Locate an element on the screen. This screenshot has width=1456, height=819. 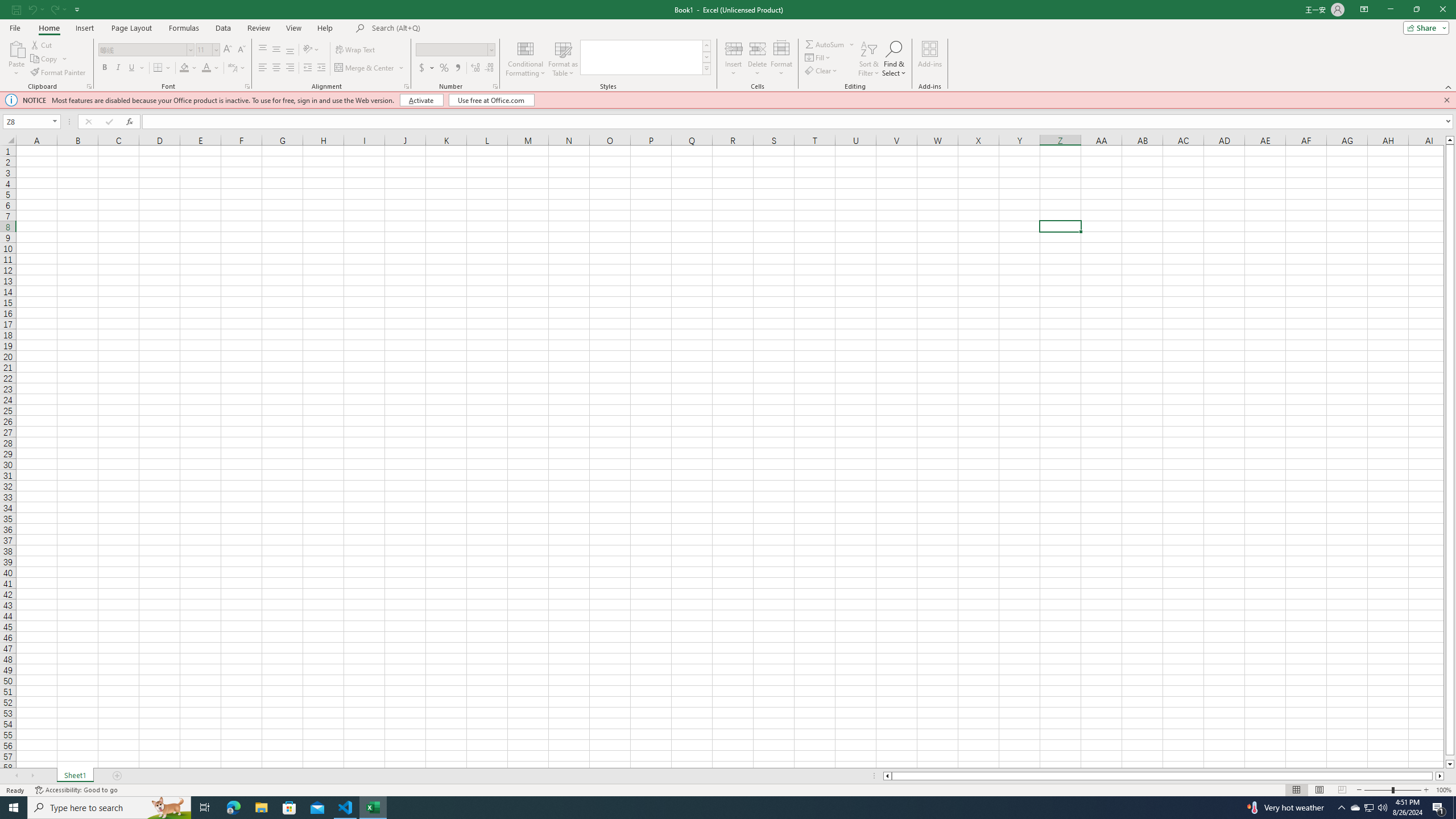
'Format' is located at coordinates (781, 59).